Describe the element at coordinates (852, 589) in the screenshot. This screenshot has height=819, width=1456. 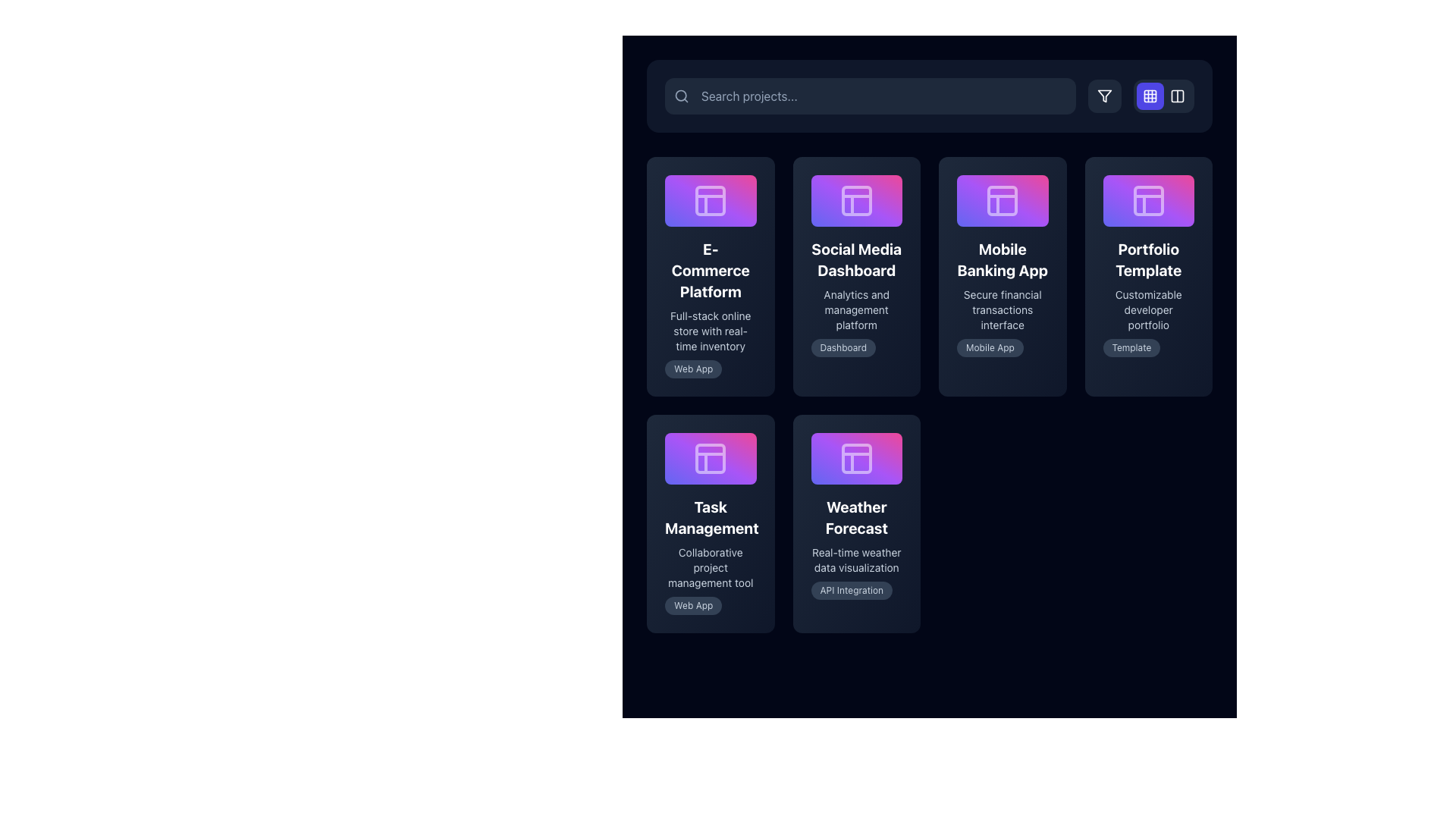
I see `the tag associated with the 'Weather Forecast' card` at that location.